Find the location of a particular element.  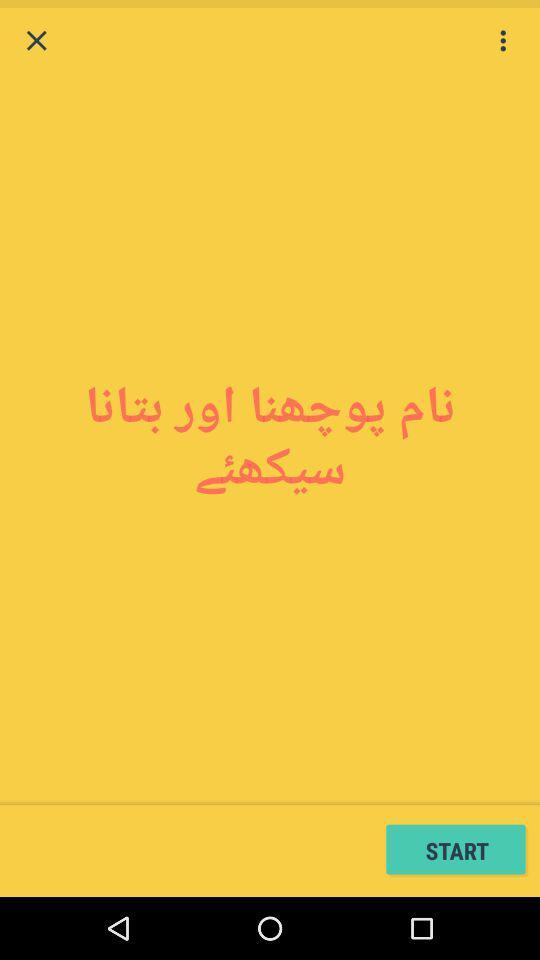

the close icon is located at coordinates (36, 42).